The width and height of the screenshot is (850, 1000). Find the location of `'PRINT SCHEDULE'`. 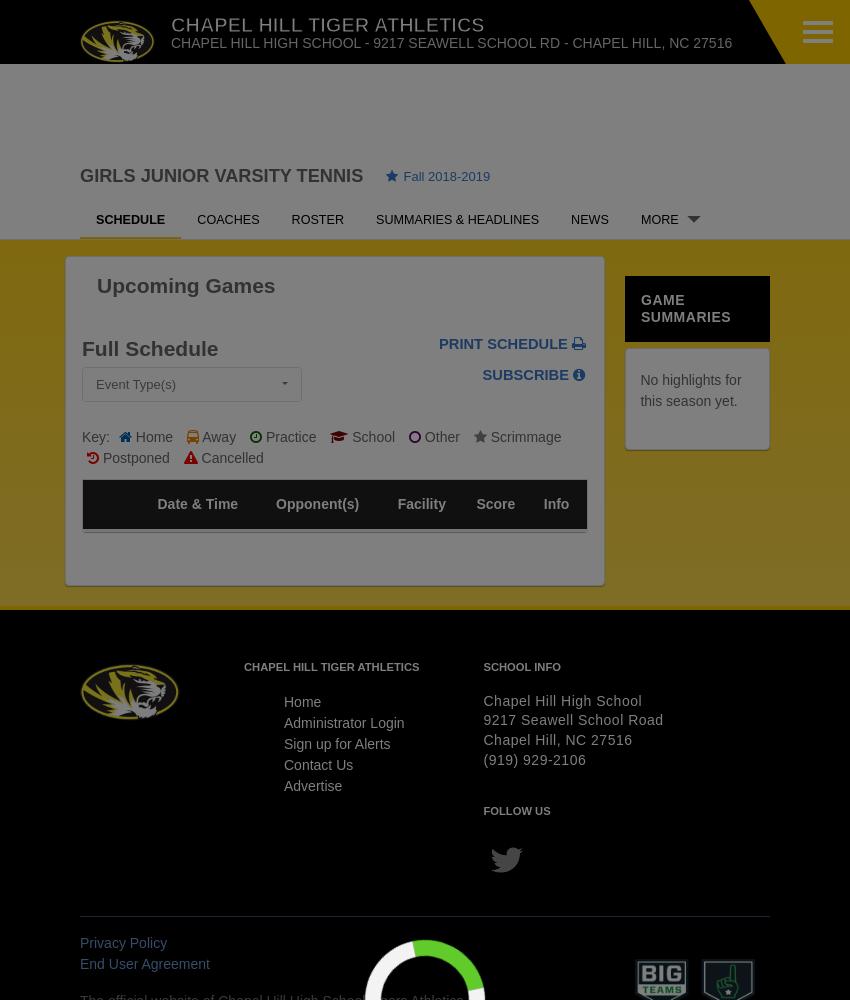

'PRINT SCHEDULE' is located at coordinates (437, 342).